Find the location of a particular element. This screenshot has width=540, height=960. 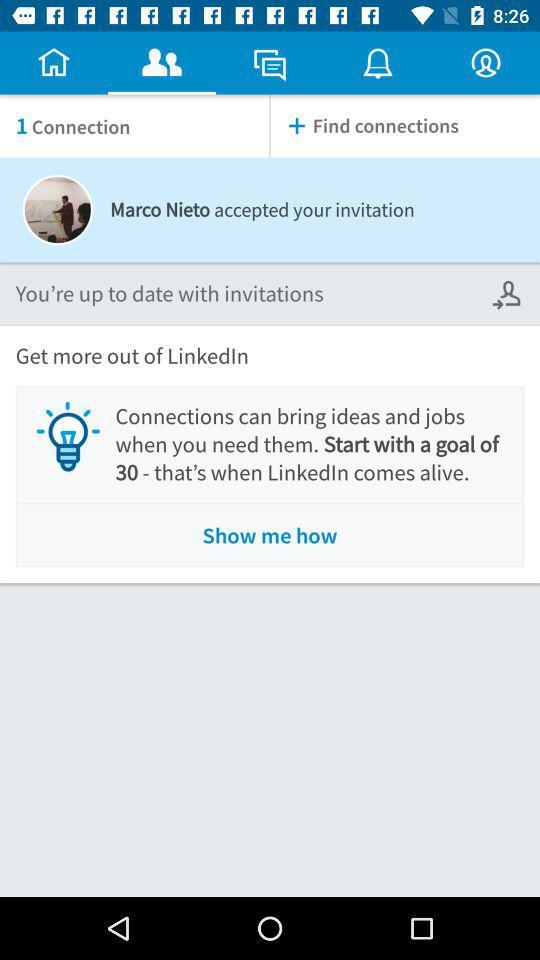

find connections item is located at coordinates (405, 125).